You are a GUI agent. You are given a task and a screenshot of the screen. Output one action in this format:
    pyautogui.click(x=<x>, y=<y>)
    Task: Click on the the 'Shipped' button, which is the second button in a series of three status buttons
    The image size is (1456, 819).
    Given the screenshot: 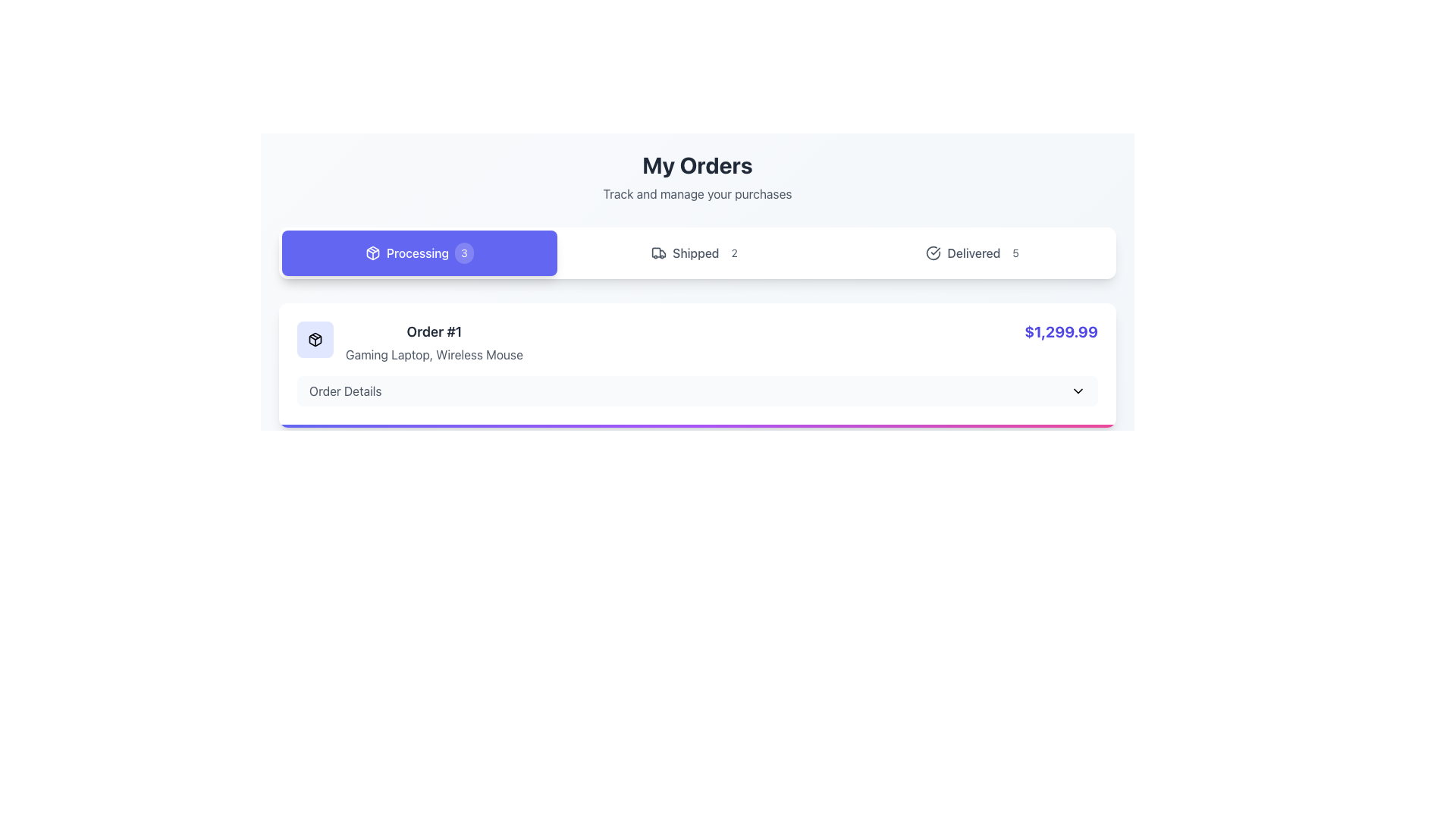 What is the action you would take?
    pyautogui.click(x=697, y=253)
    